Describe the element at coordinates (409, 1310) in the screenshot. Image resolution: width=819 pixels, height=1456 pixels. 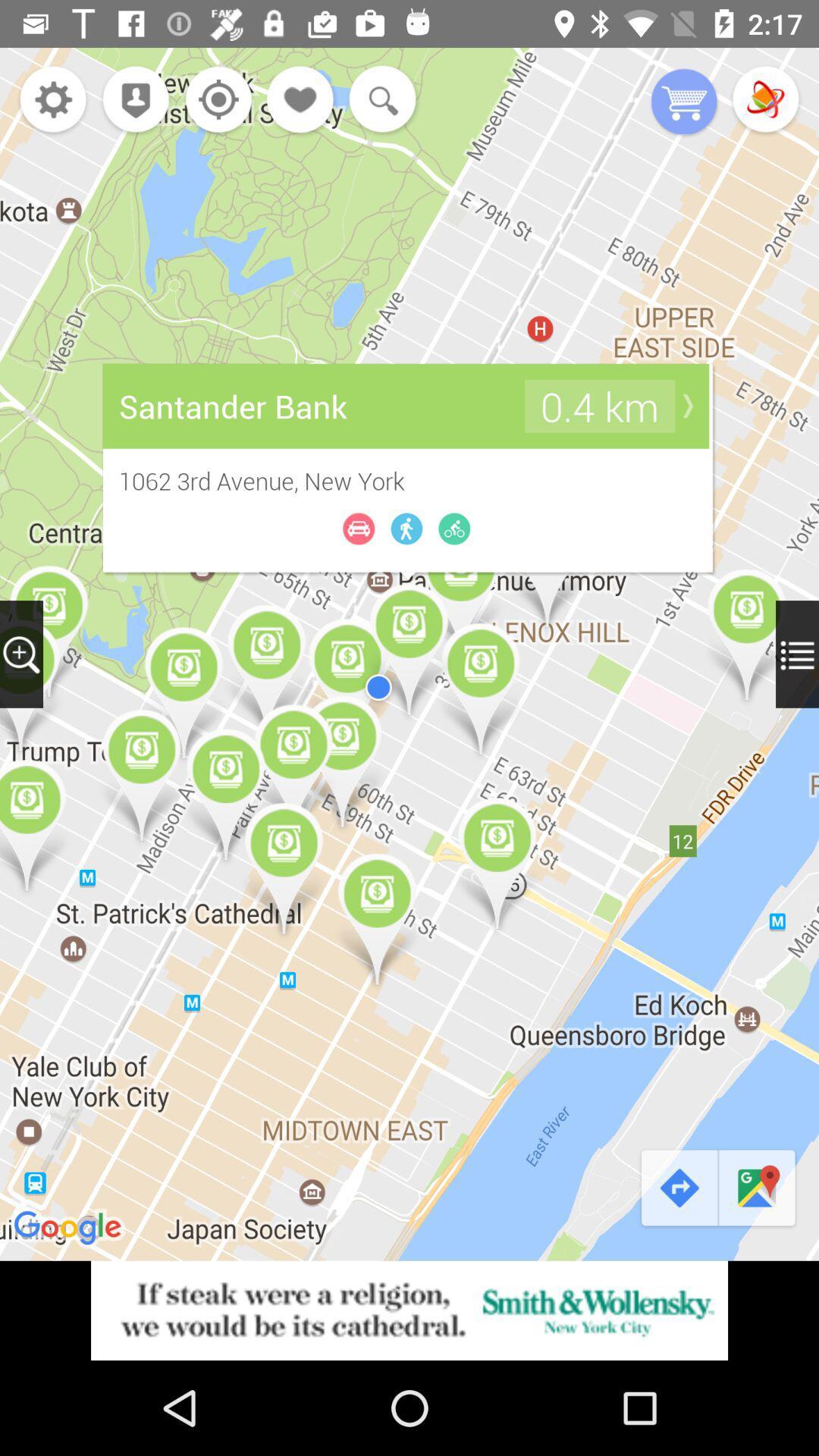
I see `click advertisement` at that location.